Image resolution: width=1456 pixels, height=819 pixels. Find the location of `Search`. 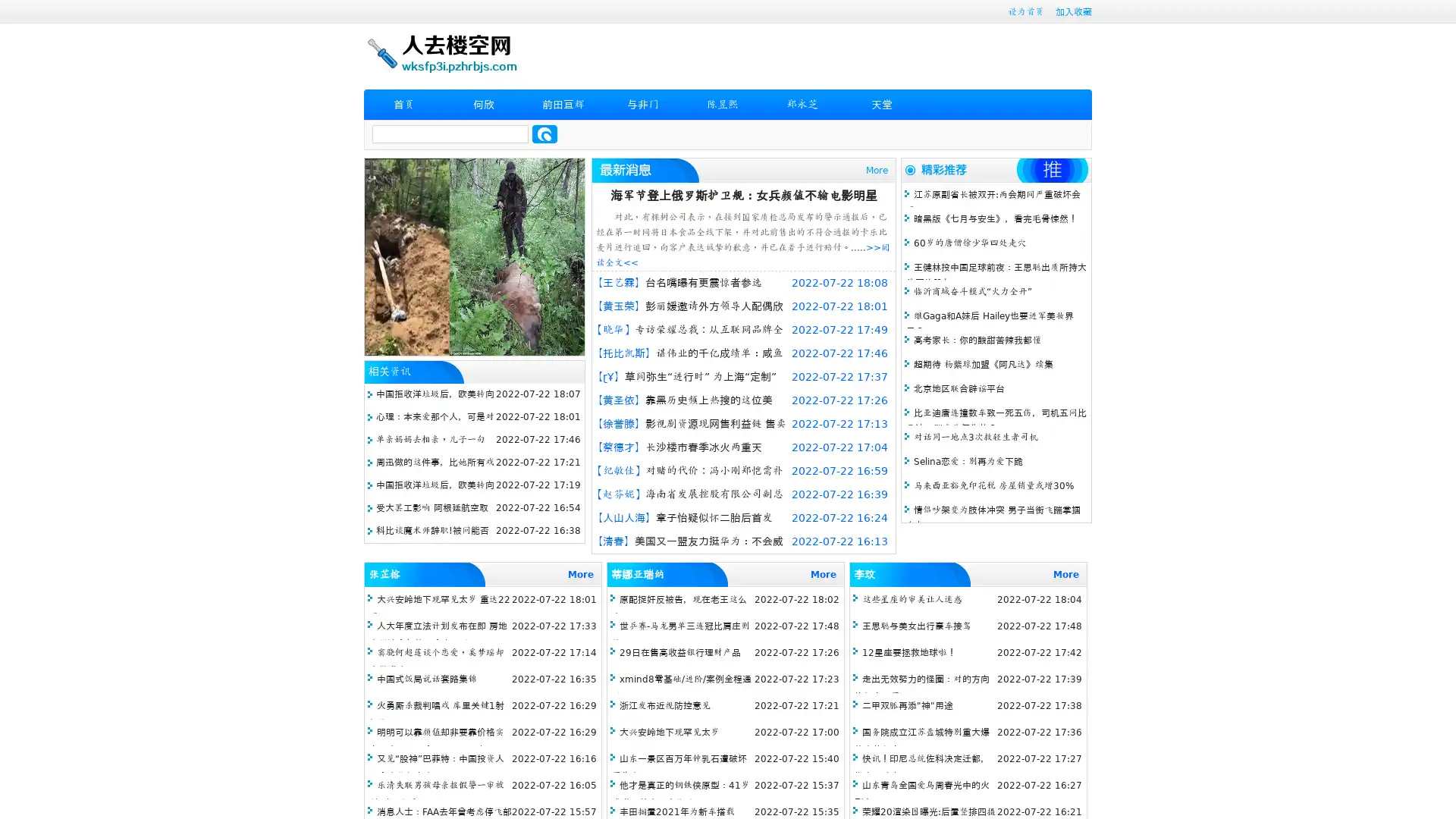

Search is located at coordinates (544, 133).